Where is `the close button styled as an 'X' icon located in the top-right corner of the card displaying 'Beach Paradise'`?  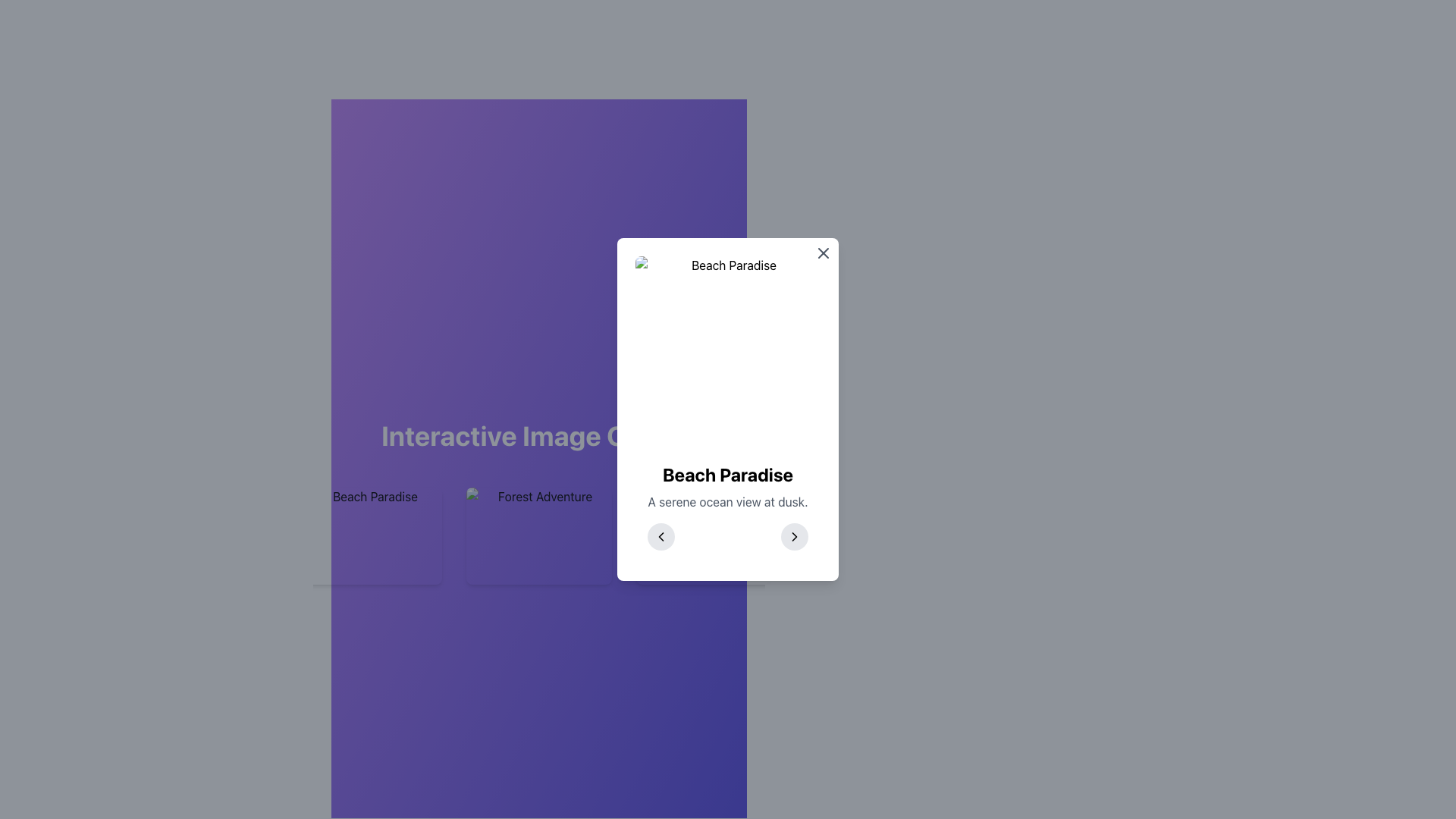 the close button styled as an 'X' icon located in the top-right corner of the card displaying 'Beach Paradise' is located at coordinates (822, 253).